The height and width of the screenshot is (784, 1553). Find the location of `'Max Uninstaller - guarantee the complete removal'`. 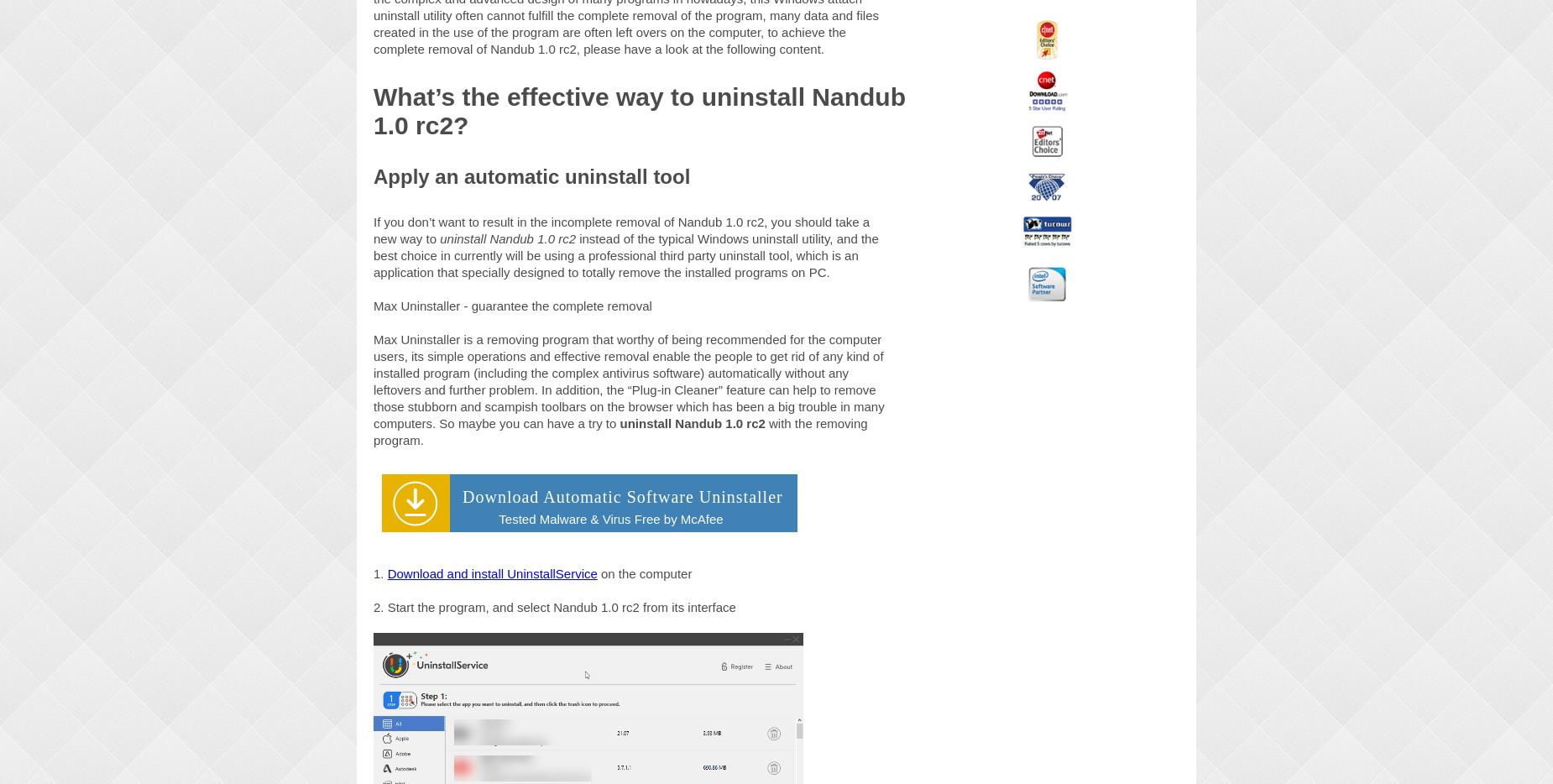

'Max Uninstaller - guarantee the complete removal' is located at coordinates (512, 306).